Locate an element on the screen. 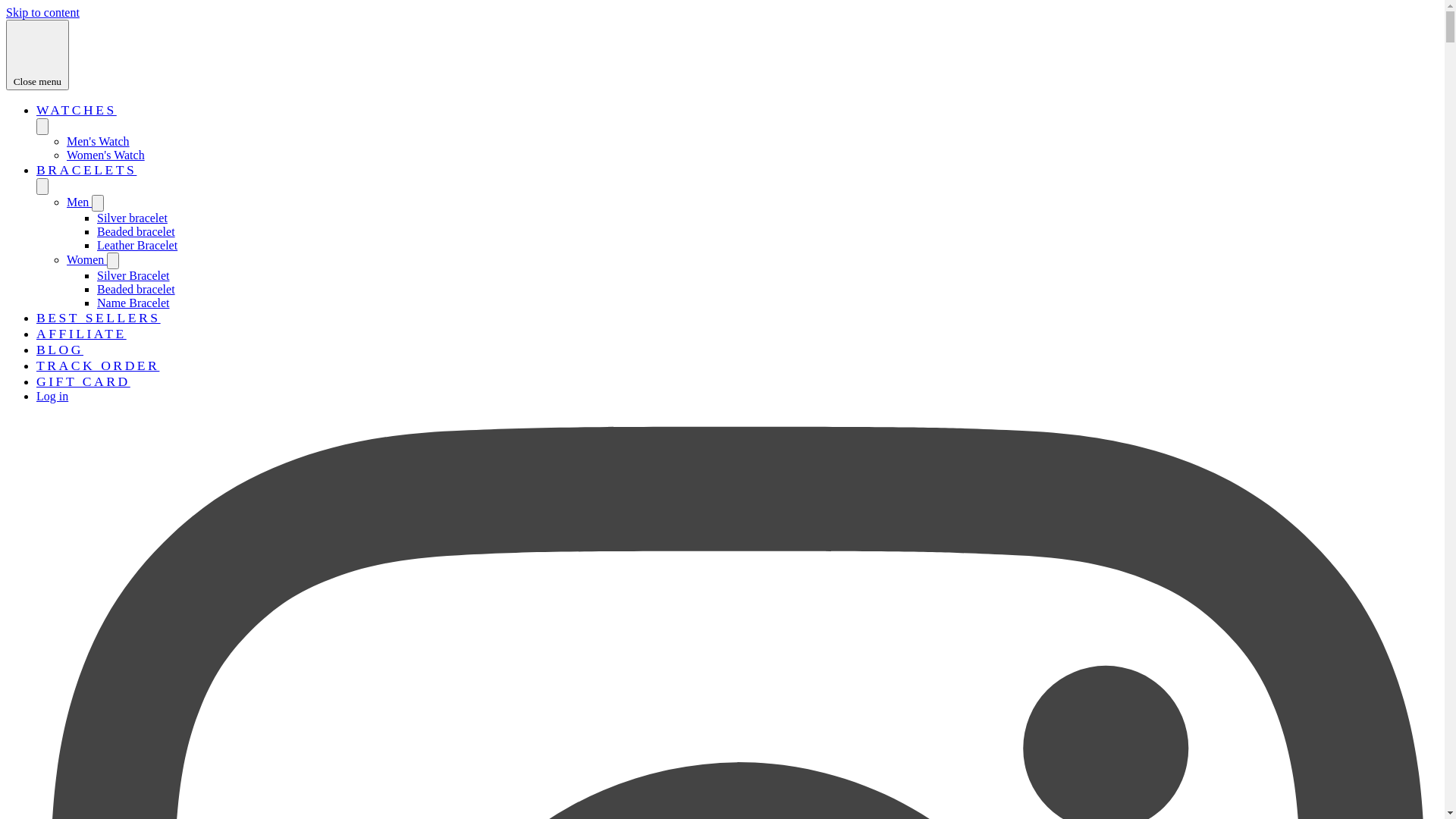  'Close menu' is located at coordinates (37, 54).